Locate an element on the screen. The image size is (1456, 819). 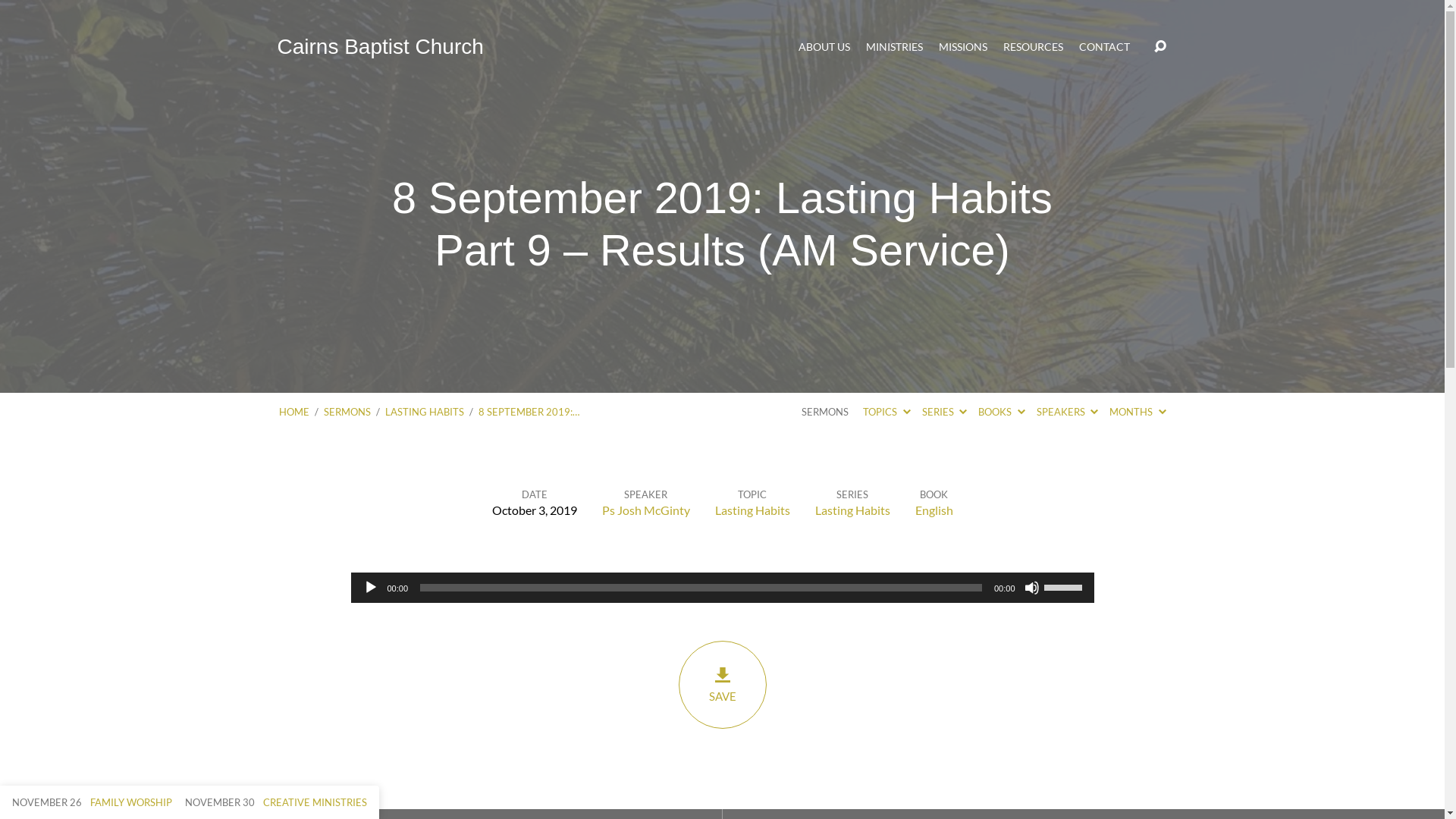
'SERIES' is located at coordinates (943, 412).